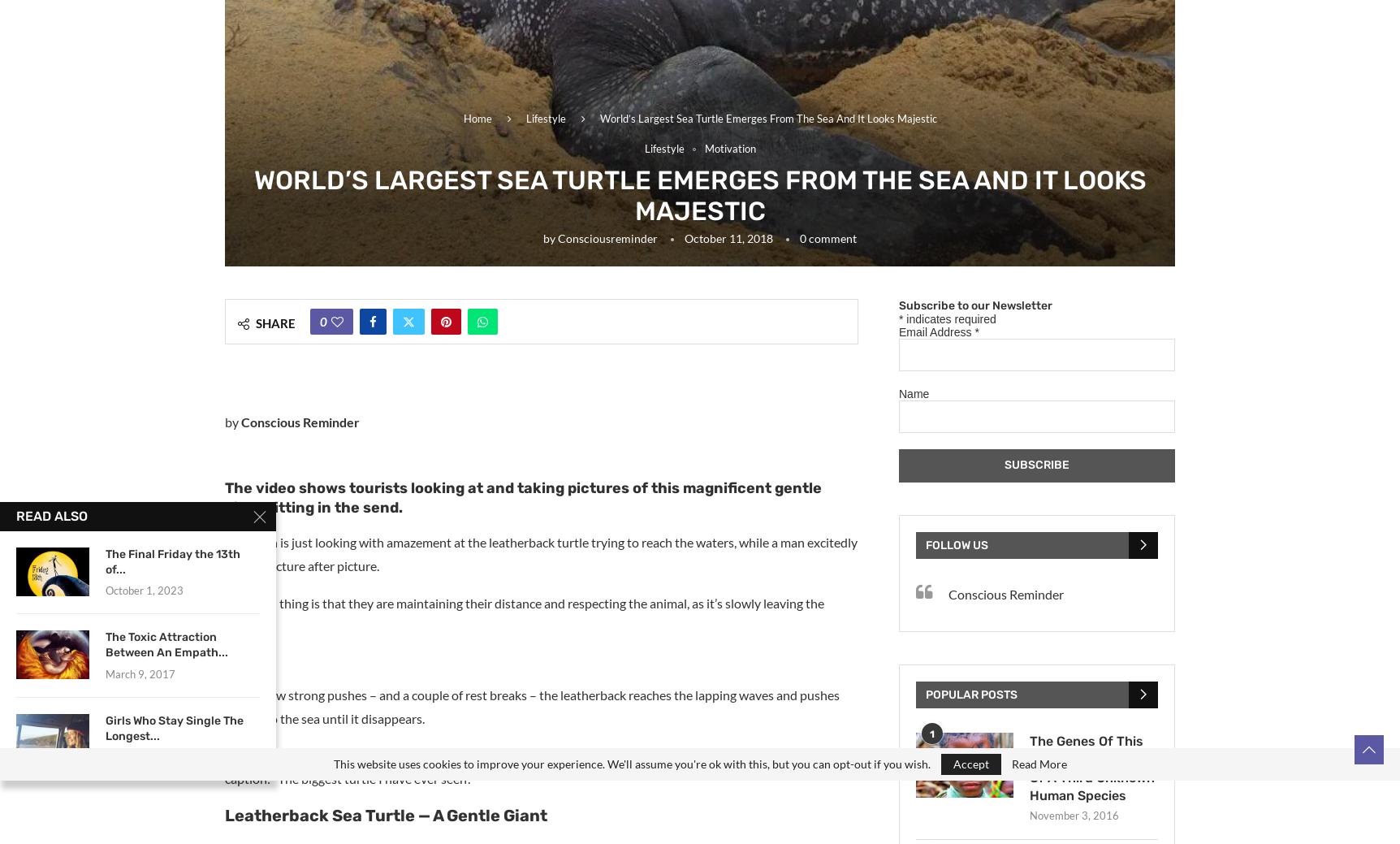 The height and width of the screenshot is (844, 1400). What do you see at coordinates (477, 117) in the screenshot?
I see `'Home'` at bounding box center [477, 117].